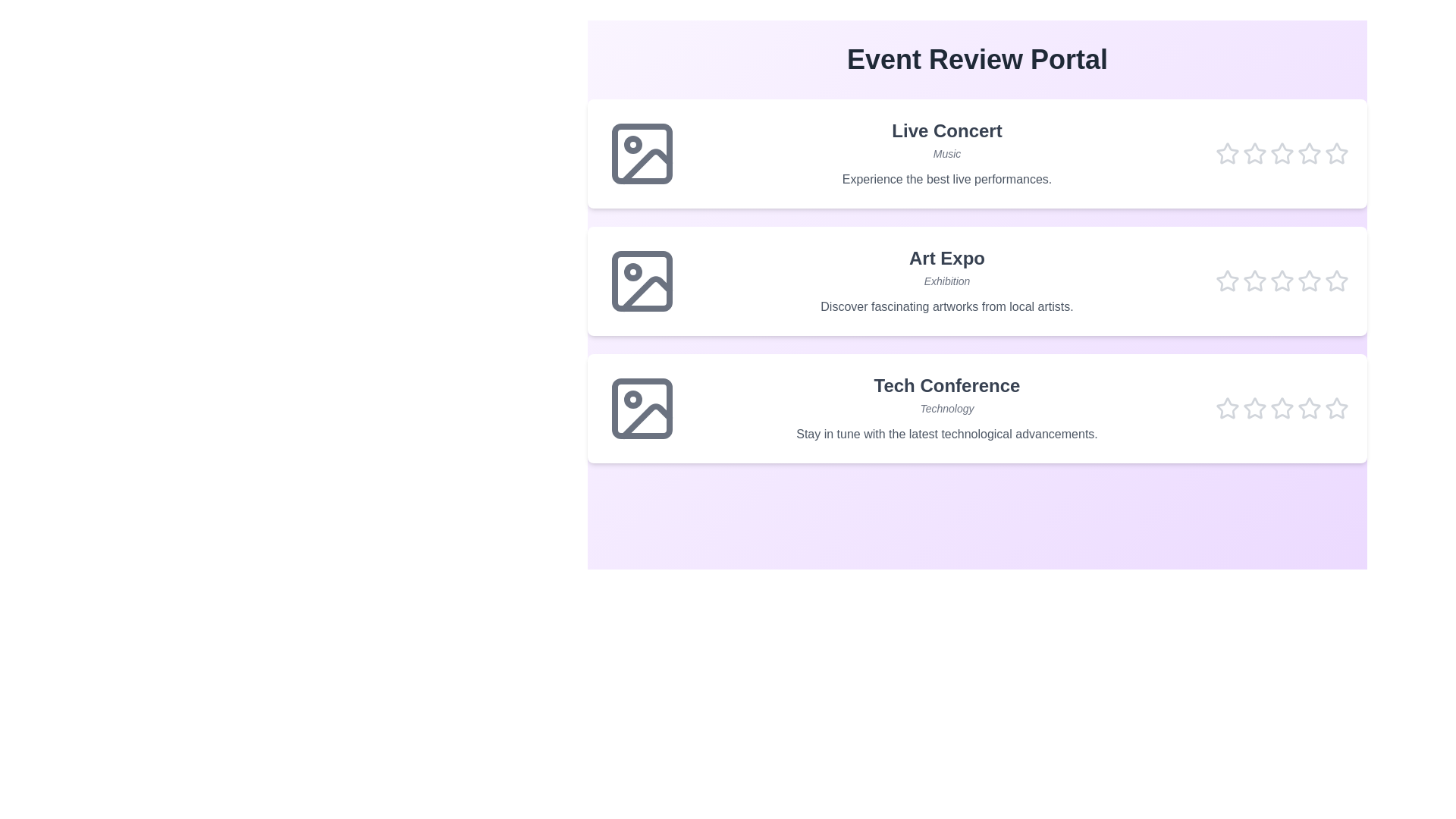  Describe the element at coordinates (1309, 408) in the screenshot. I see `the star corresponding to the rating 4 for the event Tech Conference` at that location.